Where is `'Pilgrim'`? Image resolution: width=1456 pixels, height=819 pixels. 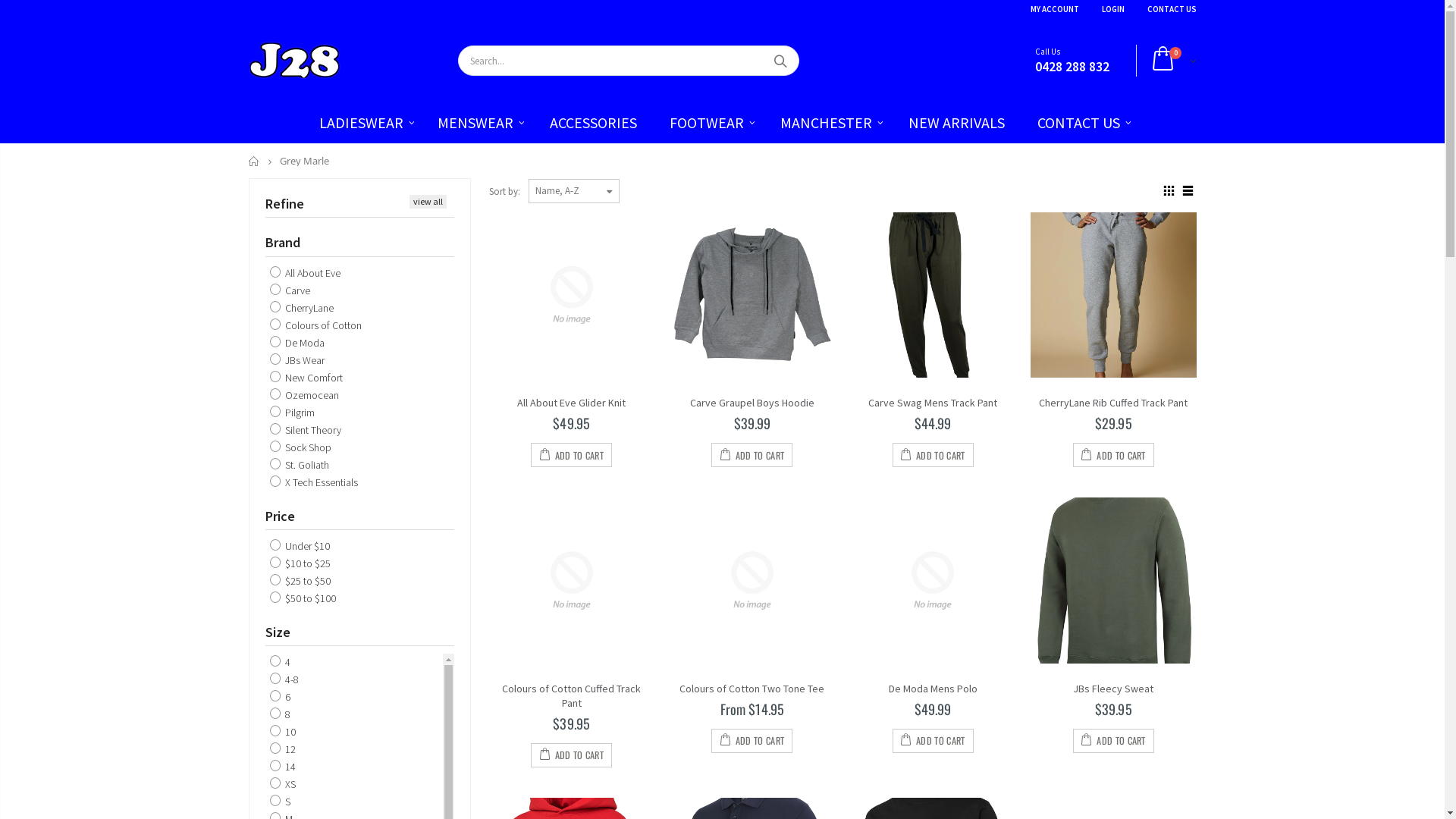 'Pilgrim' is located at coordinates (269, 412).